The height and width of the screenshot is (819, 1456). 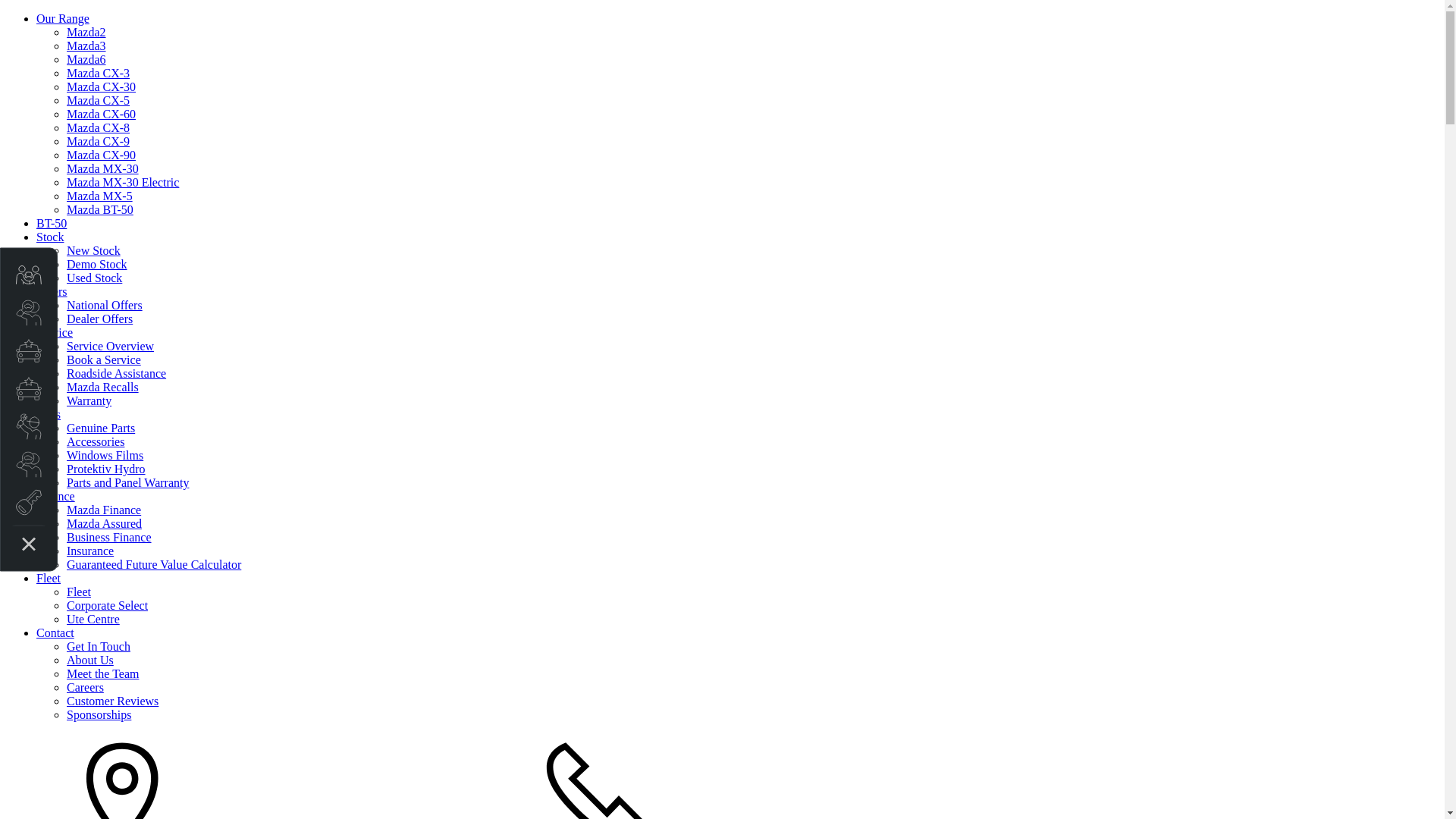 What do you see at coordinates (102, 386) in the screenshot?
I see `'Mazda Recalls'` at bounding box center [102, 386].